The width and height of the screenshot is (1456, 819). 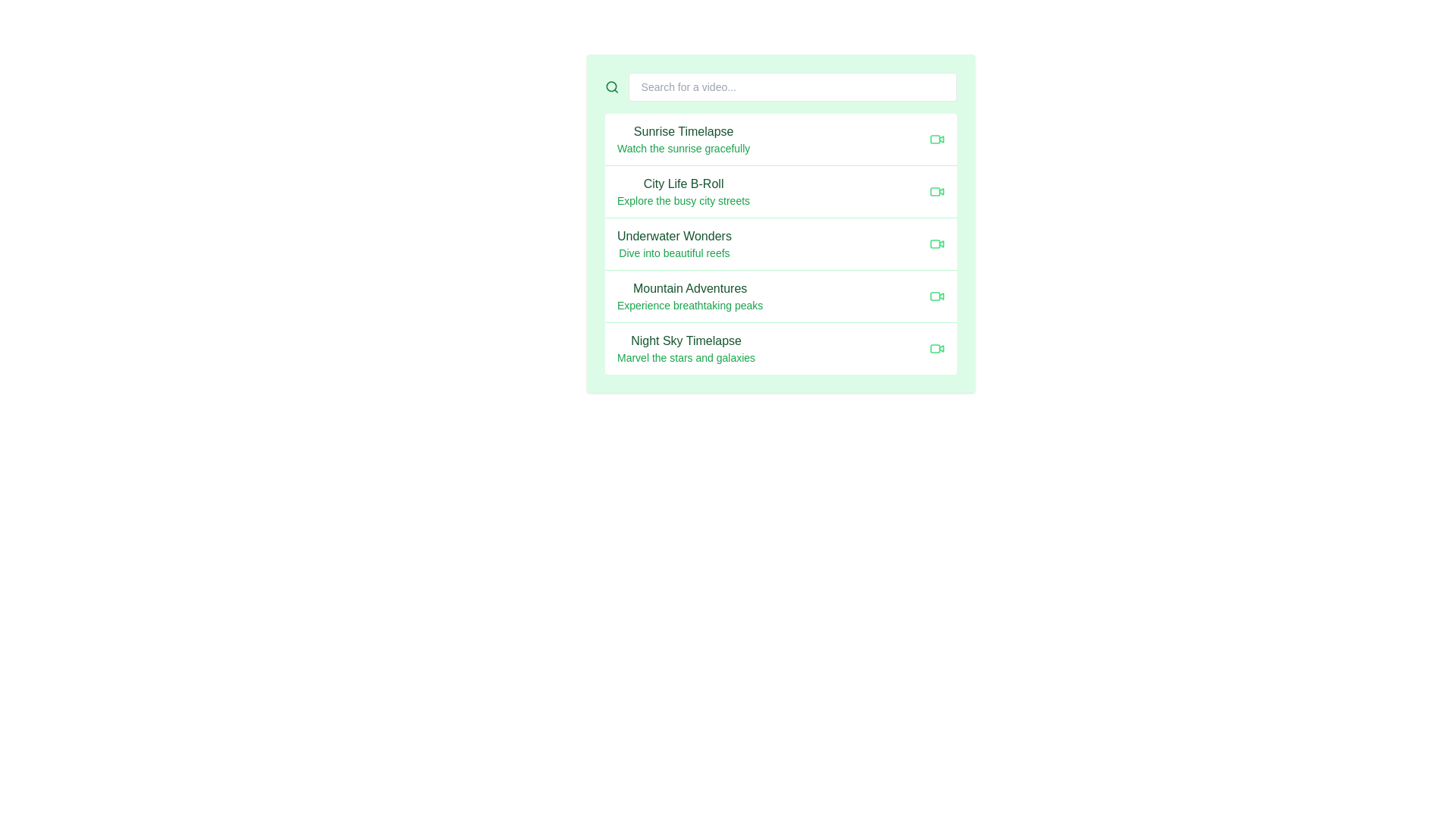 I want to click on the decorative UI shape that serves as an indicator within the 'City Life B-Roll' list entry, which is the second item in the vertical video list, so click(x=934, y=191).